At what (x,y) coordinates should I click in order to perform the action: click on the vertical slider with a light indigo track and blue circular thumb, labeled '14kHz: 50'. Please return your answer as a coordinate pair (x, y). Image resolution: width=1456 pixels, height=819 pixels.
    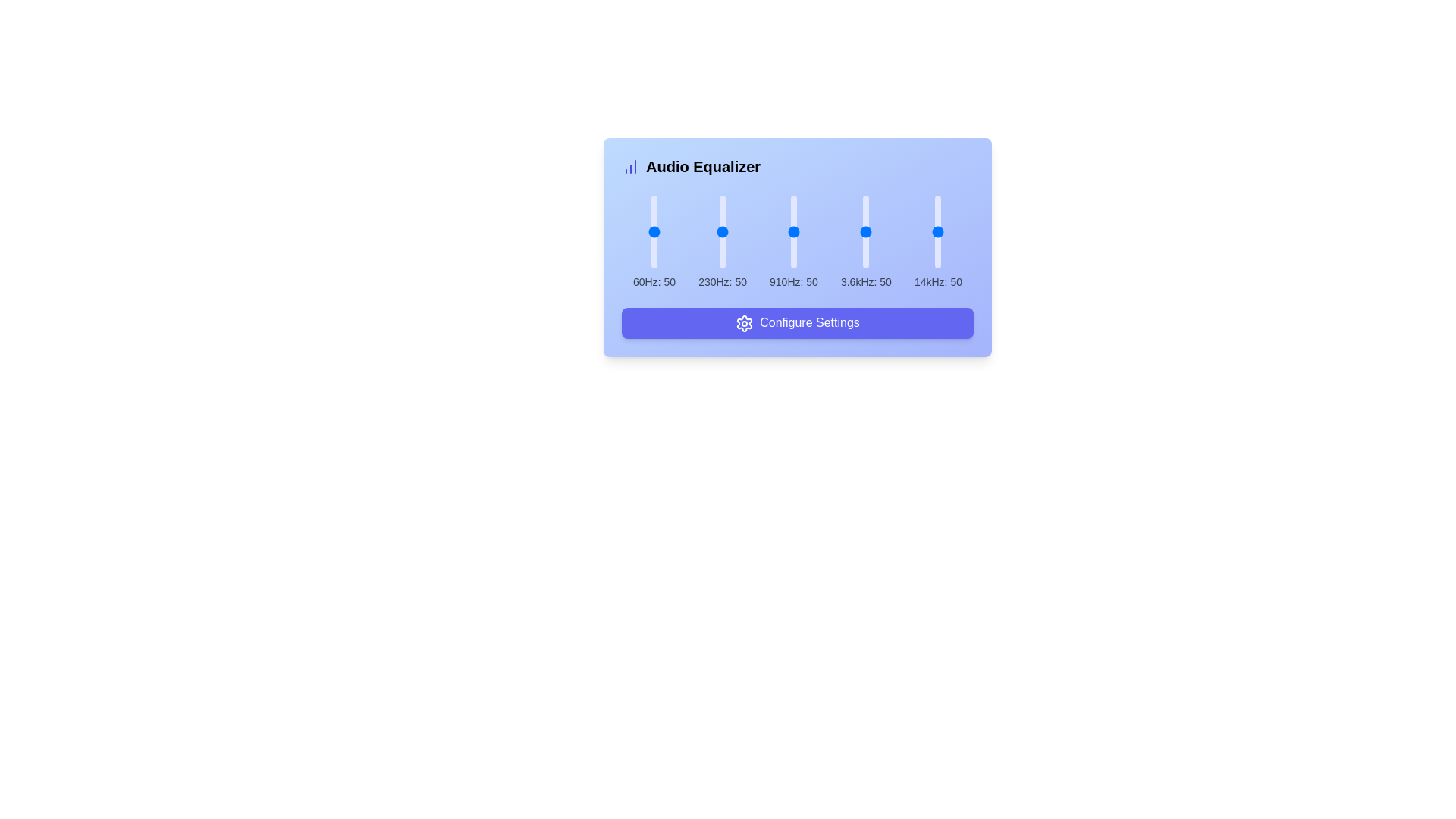
    Looking at the image, I should click on (937, 231).